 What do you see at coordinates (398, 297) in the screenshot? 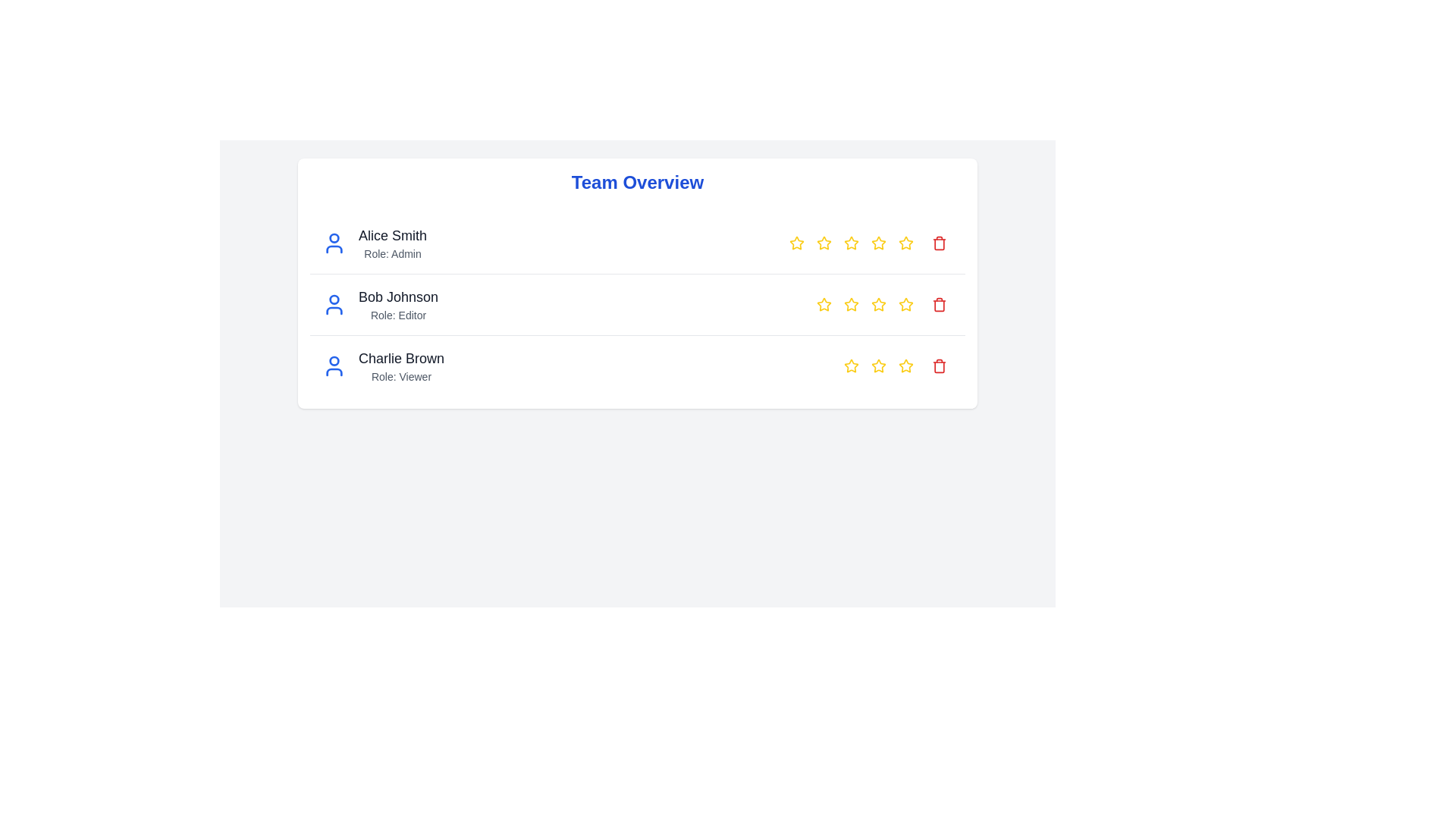
I see `the static text label displaying the user's name 'Bob Johnson', which is positioned at the top of a two-line group, directly under 'Alice Smith' and above 'Charlie Brown'` at bounding box center [398, 297].